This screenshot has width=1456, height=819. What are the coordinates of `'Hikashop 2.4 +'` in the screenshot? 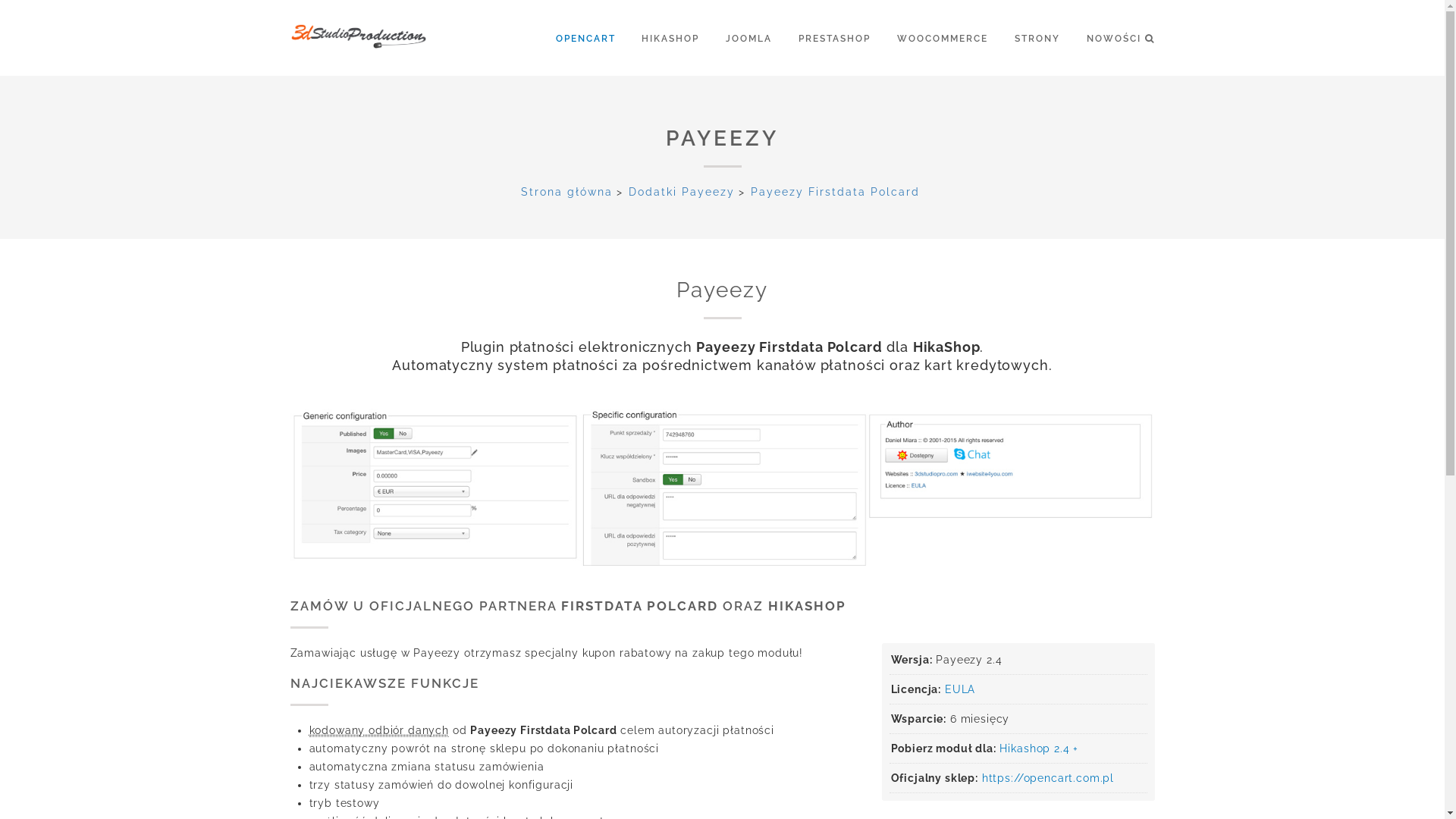 It's located at (999, 748).